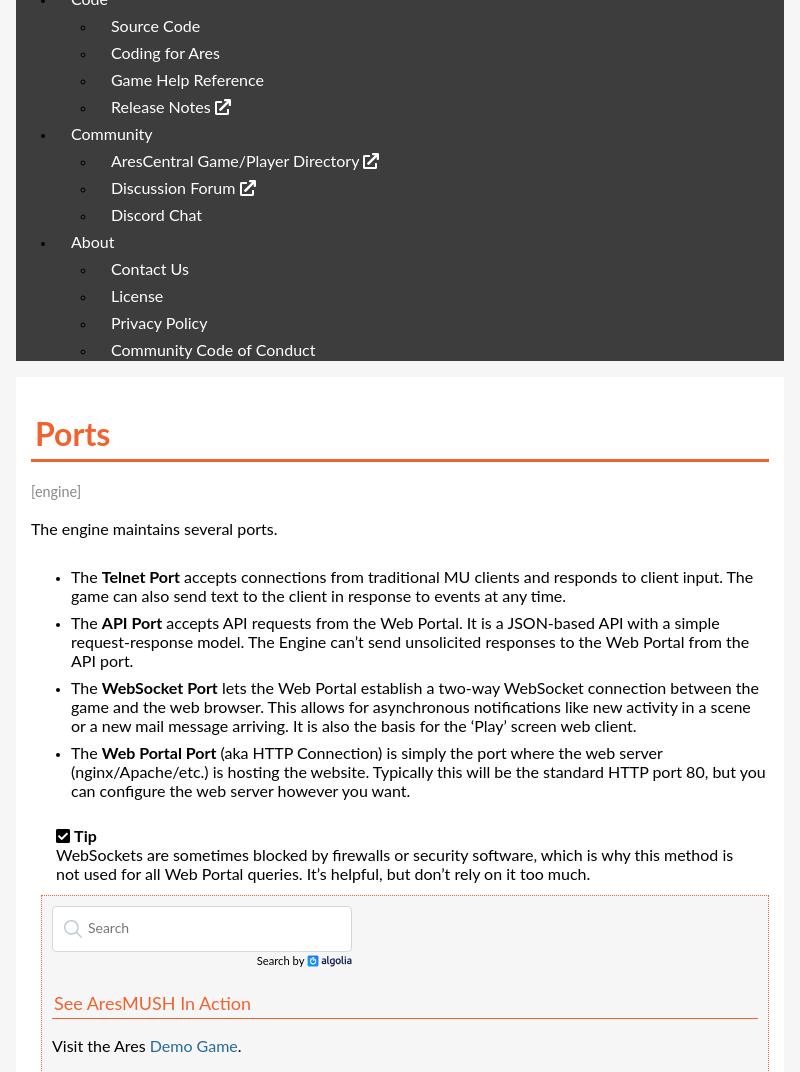 Image resolution: width=800 pixels, height=1072 pixels. What do you see at coordinates (130, 624) in the screenshot?
I see `'API Port'` at bounding box center [130, 624].